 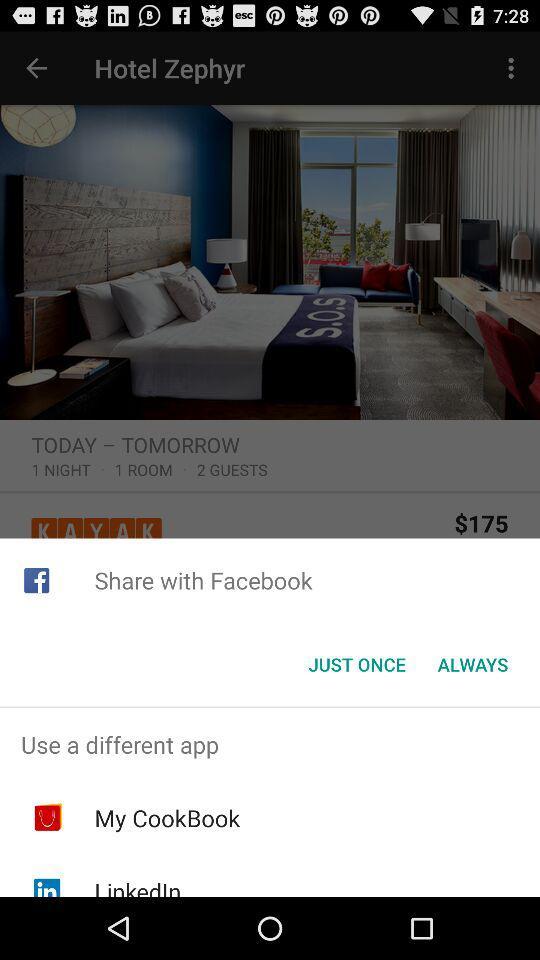 What do you see at coordinates (270, 743) in the screenshot?
I see `the use a different item` at bounding box center [270, 743].